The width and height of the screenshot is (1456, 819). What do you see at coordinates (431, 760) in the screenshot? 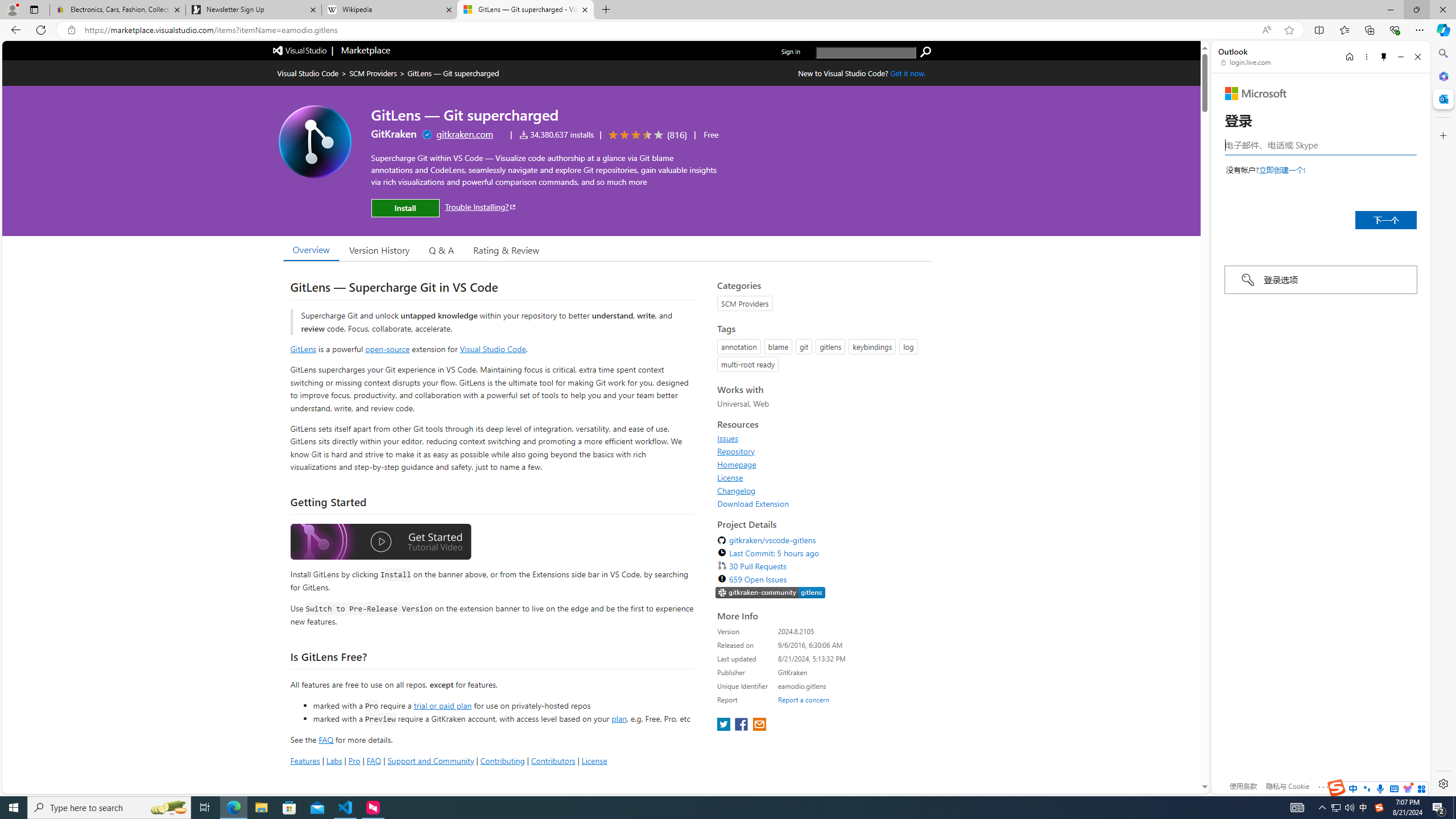
I see `'Support and Community'` at bounding box center [431, 760].